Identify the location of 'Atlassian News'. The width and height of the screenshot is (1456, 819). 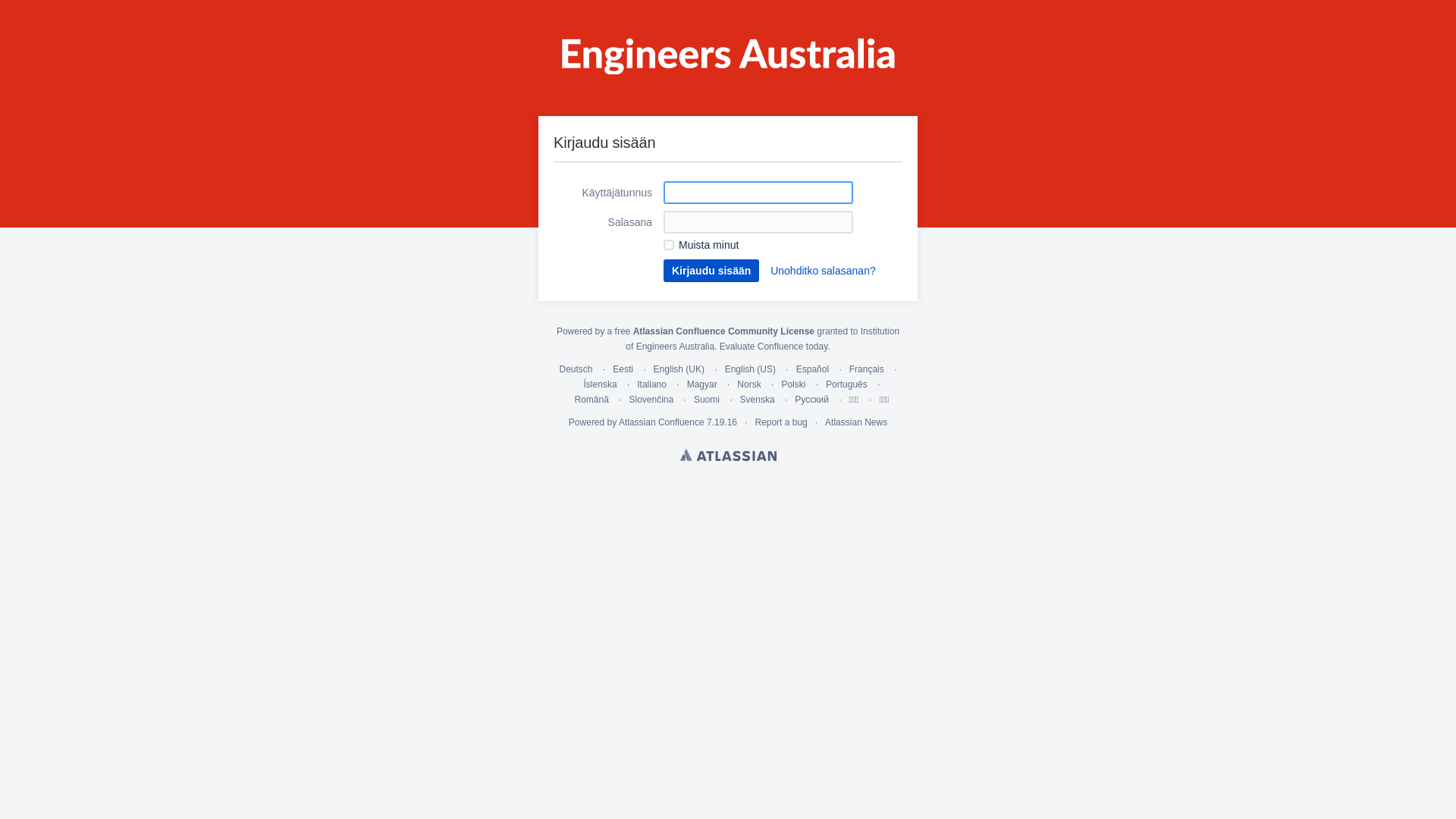
(855, 422).